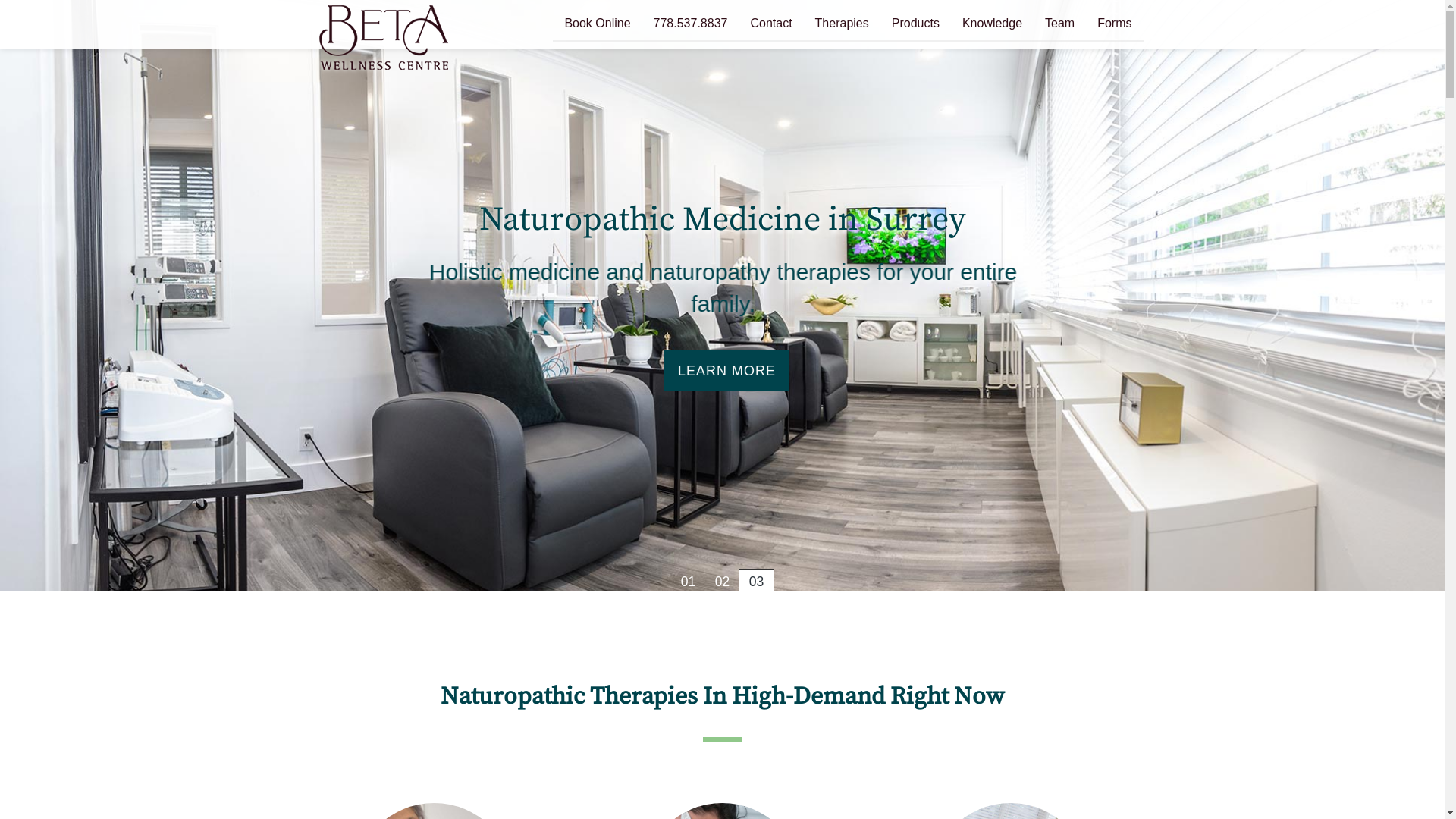 This screenshot has height=819, width=1456. What do you see at coordinates (721, 579) in the screenshot?
I see `'02'` at bounding box center [721, 579].